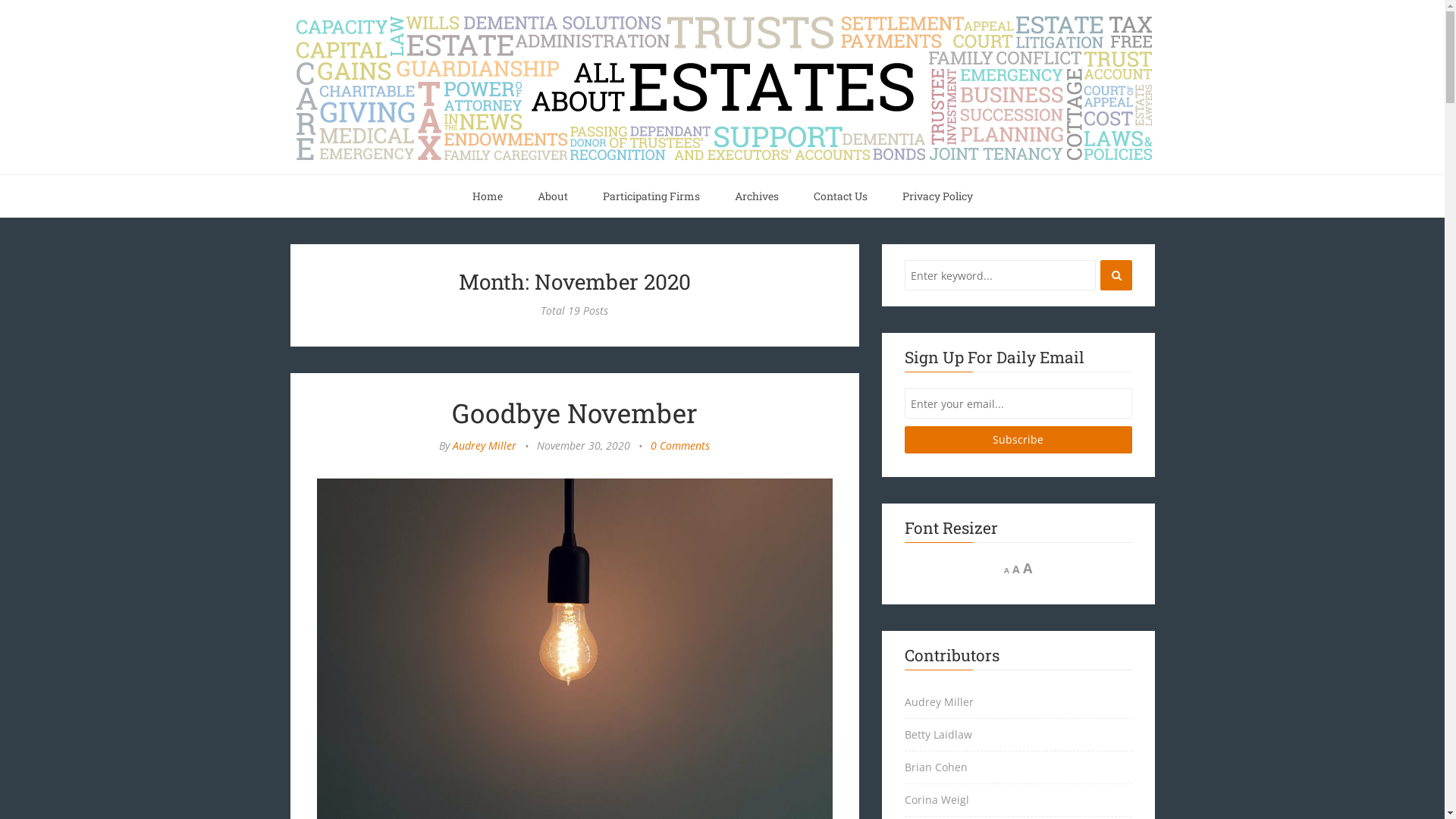  I want to click on '0 Comments', so click(651, 444).